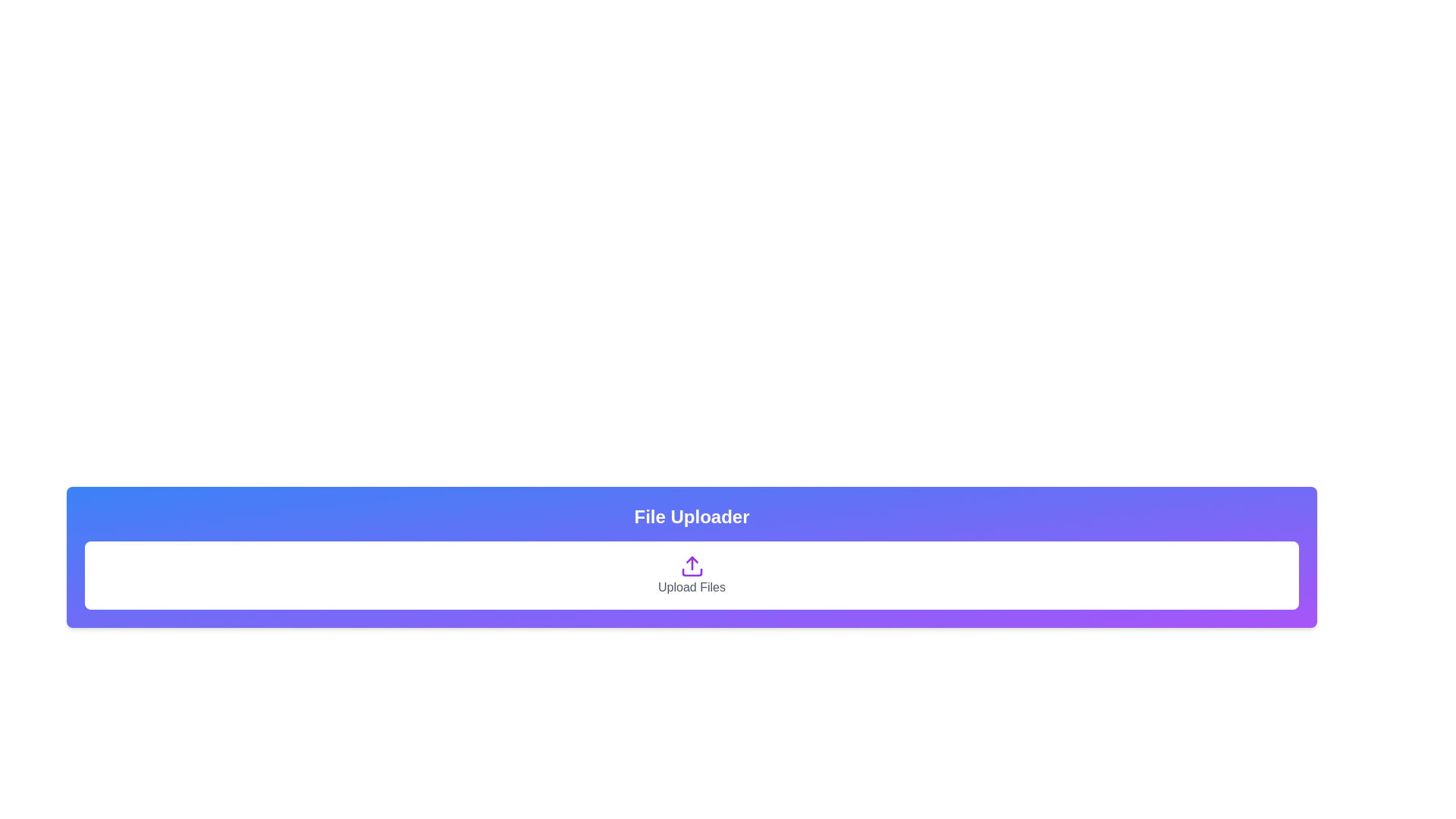 The width and height of the screenshot is (1456, 819). What do you see at coordinates (691, 587) in the screenshot?
I see `the 'Upload Files' text label which indicates the purpose of the adjacent upload button` at bounding box center [691, 587].